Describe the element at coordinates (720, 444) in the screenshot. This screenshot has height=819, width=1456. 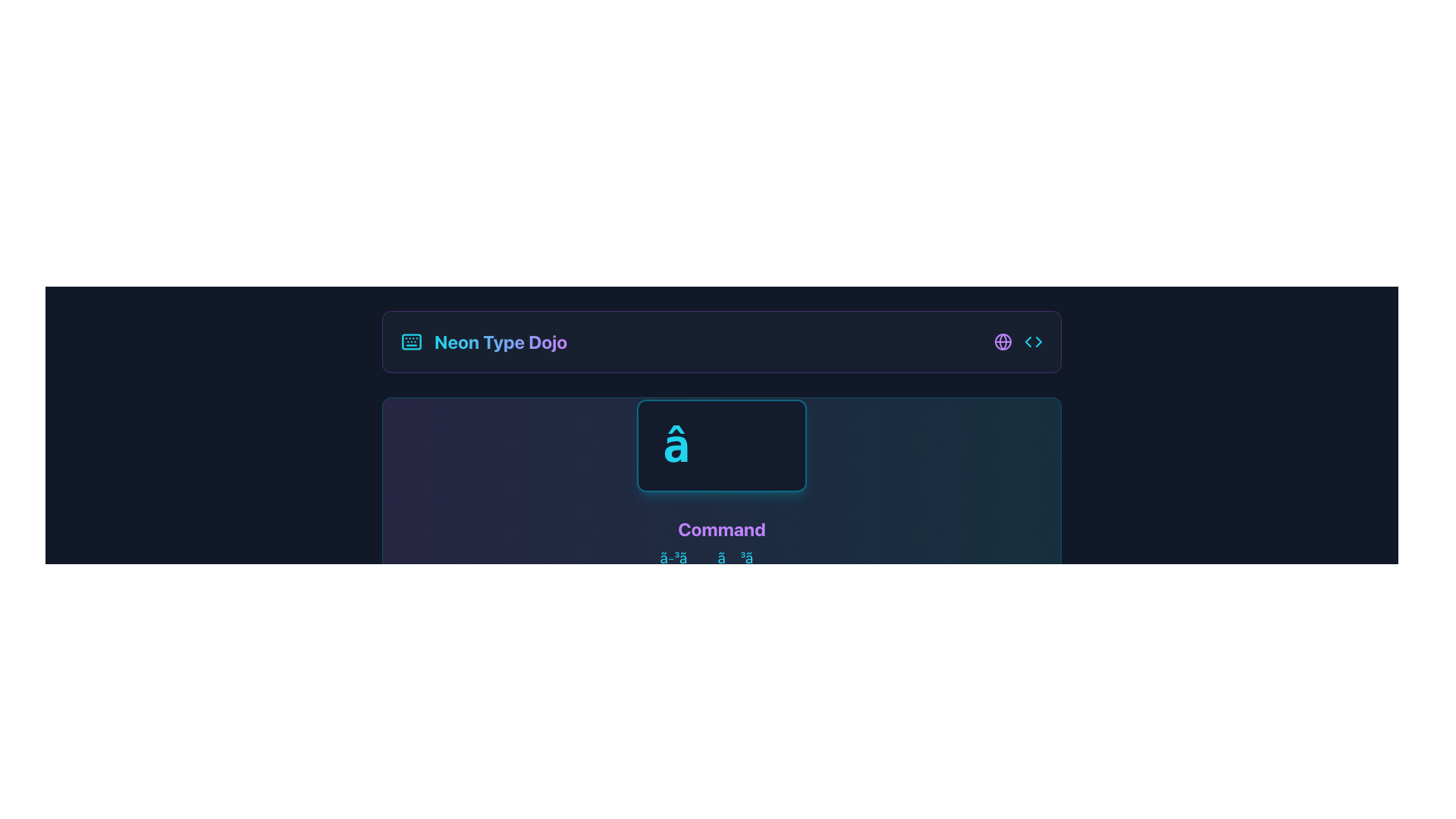
I see `the bold, blue character 'â' in the dark-themed interface, which is prominently positioned above the 'Command' textual elements` at that location.